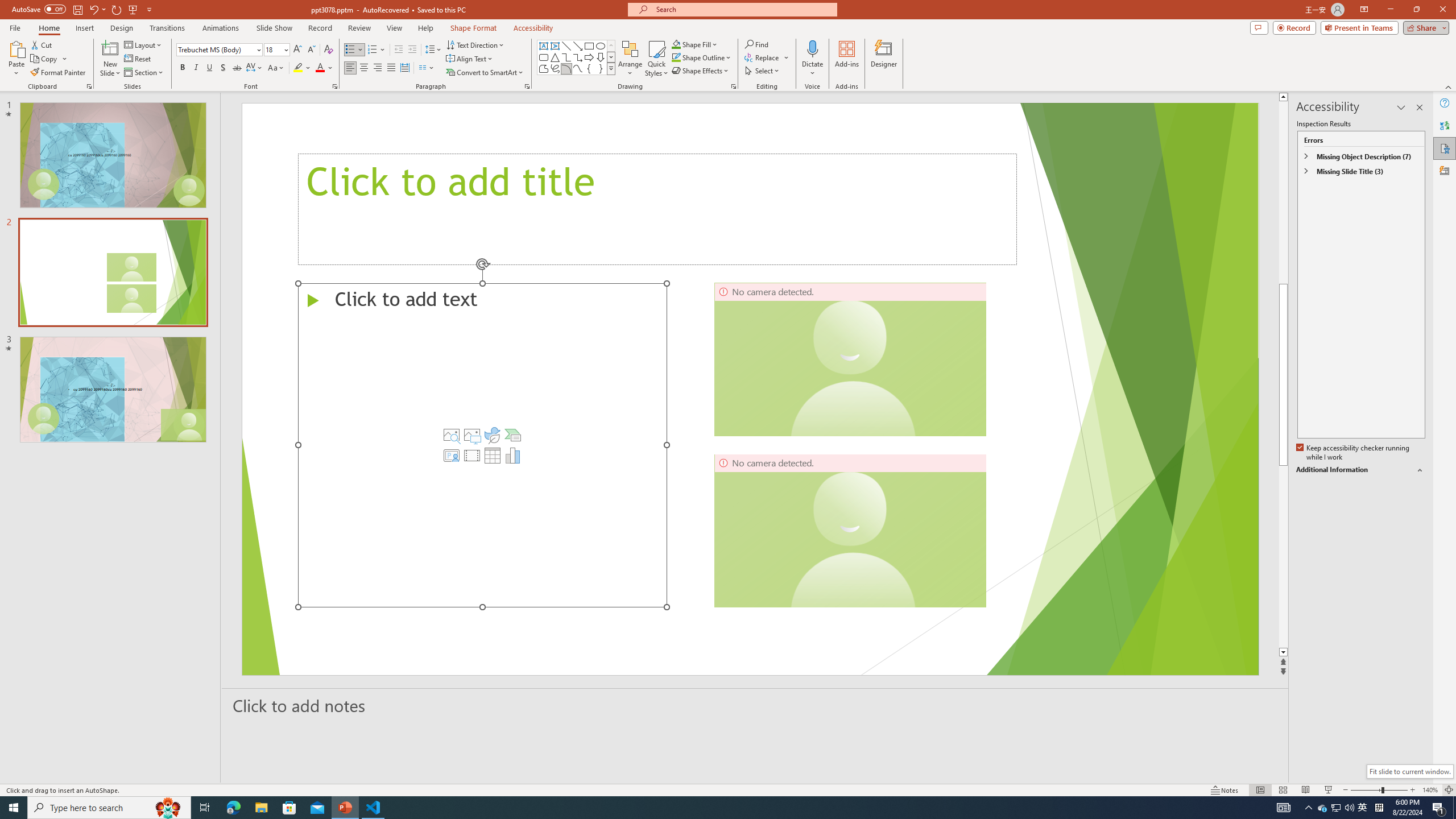  Describe the element at coordinates (676, 56) in the screenshot. I see `'Shape Outline Green, Accent 1'` at that location.